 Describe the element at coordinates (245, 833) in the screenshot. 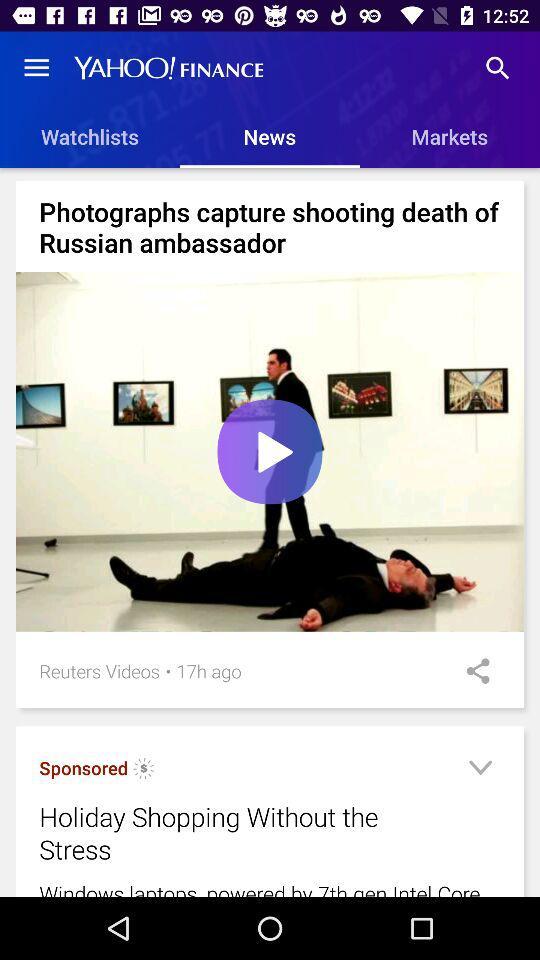

I see `holiday shopping without` at that location.